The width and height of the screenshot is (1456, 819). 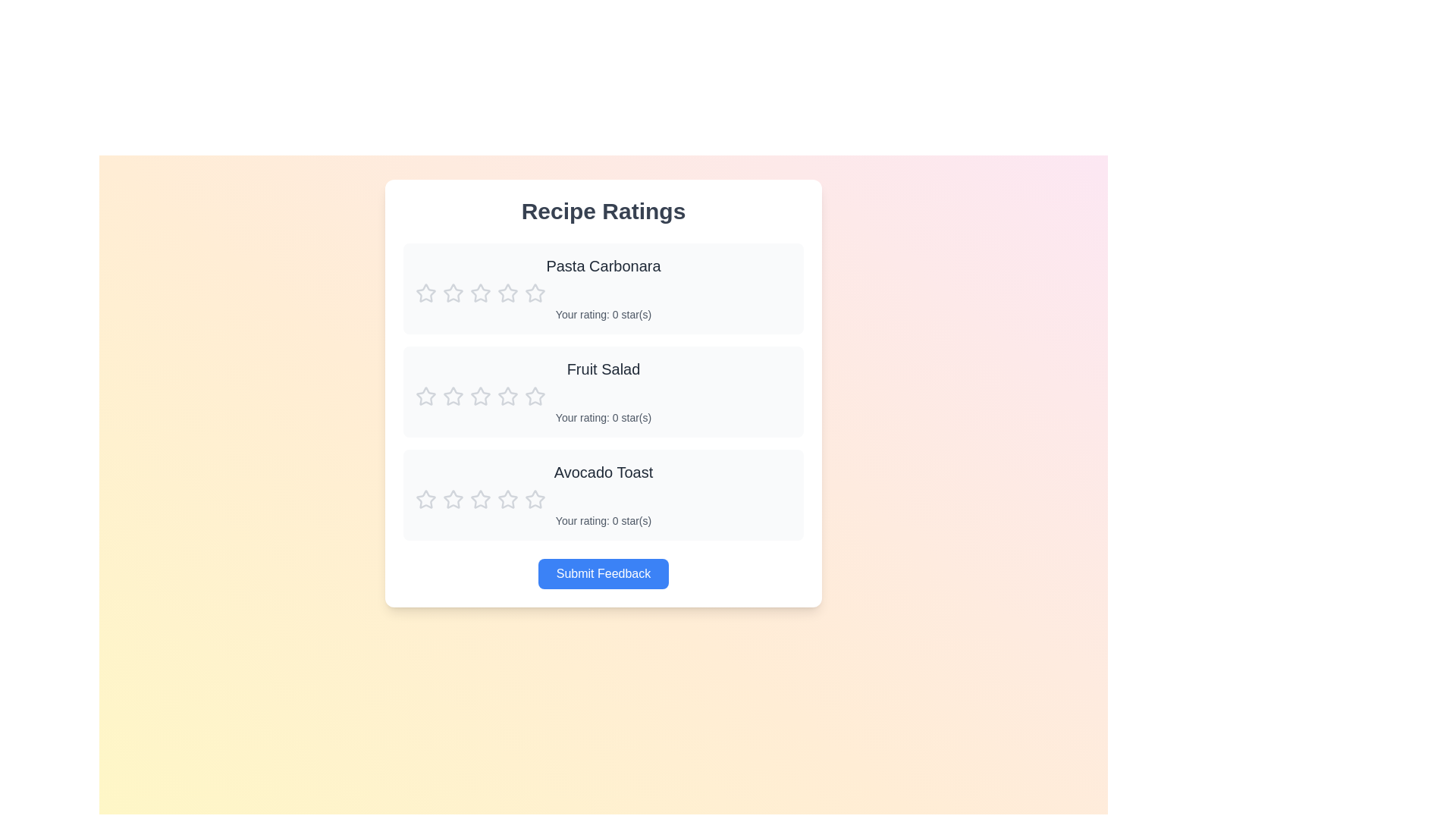 I want to click on the blue rectangular button with rounded edges labeled 'Submit Feedback' located at the bottom of the central feedback panel, so click(x=603, y=573).